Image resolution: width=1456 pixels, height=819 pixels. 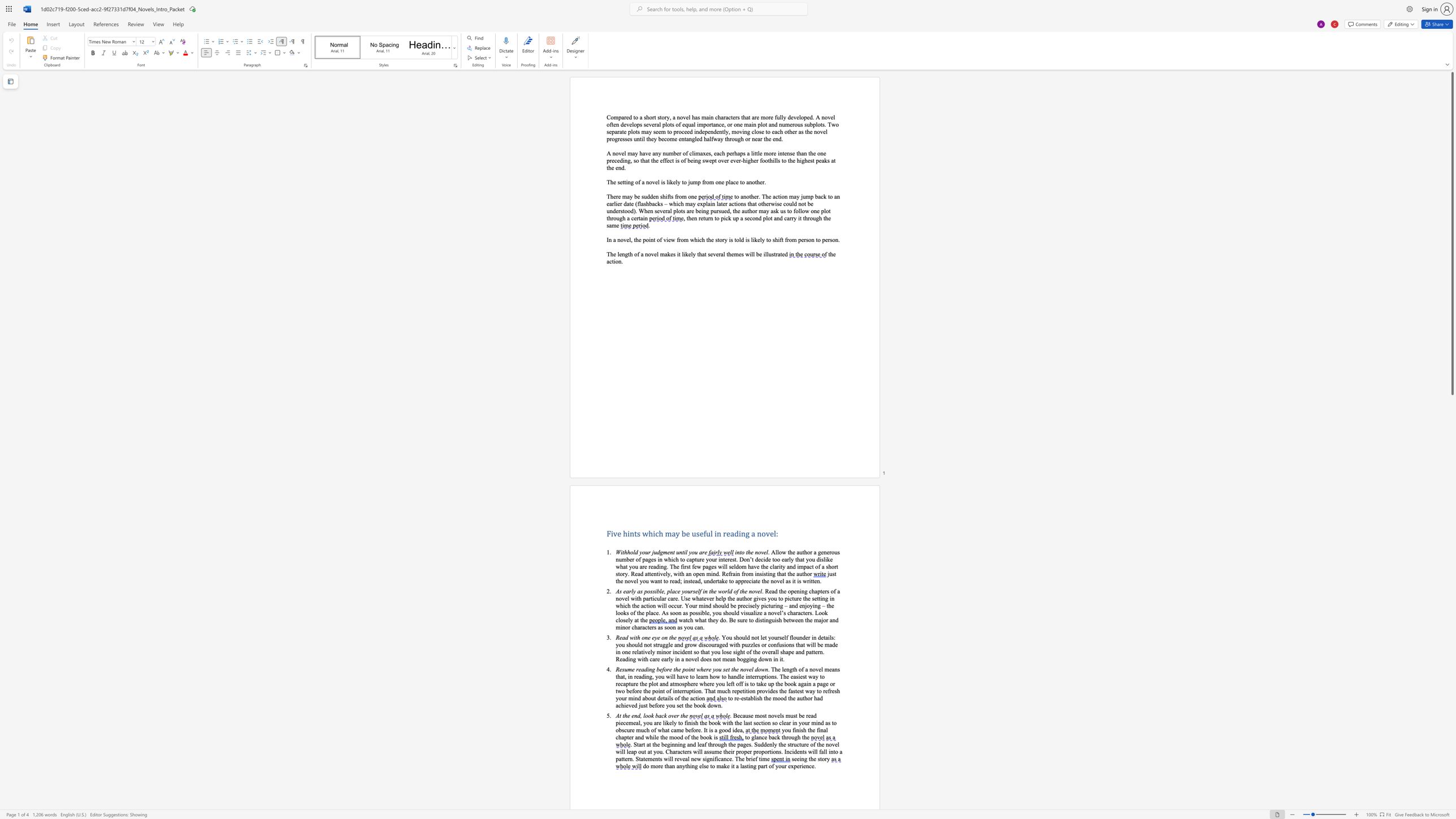 What do you see at coordinates (643, 669) in the screenshot?
I see `the space between the continuous character "a" and "d" in the text` at bounding box center [643, 669].